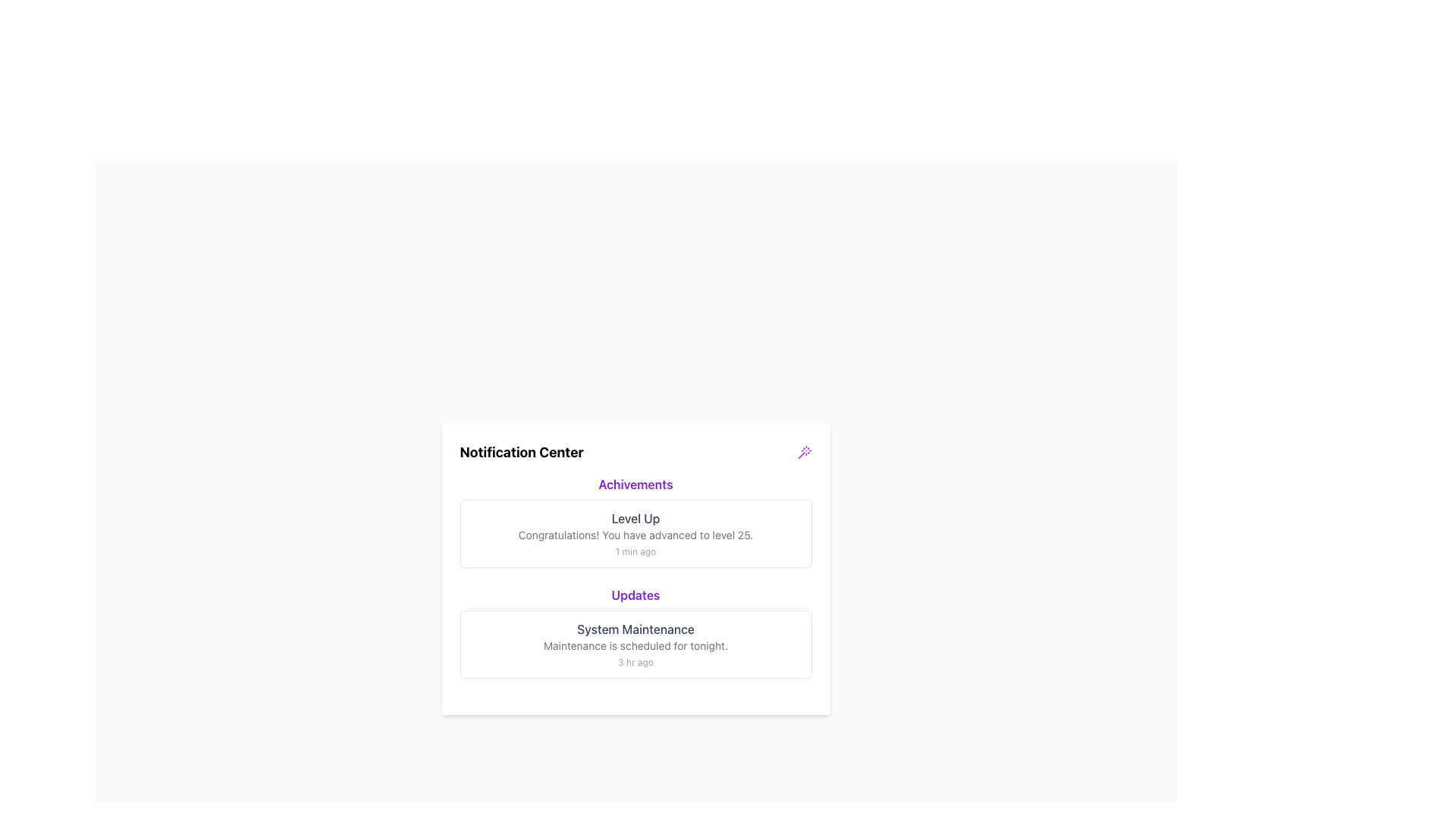 The width and height of the screenshot is (1456, 819). What do you see at coordinates (522, 452) in the screenshot?
I see `the bold and large text 'Notification Center' located in the top-left area of the notification panel` at bounding box center [522, 452].